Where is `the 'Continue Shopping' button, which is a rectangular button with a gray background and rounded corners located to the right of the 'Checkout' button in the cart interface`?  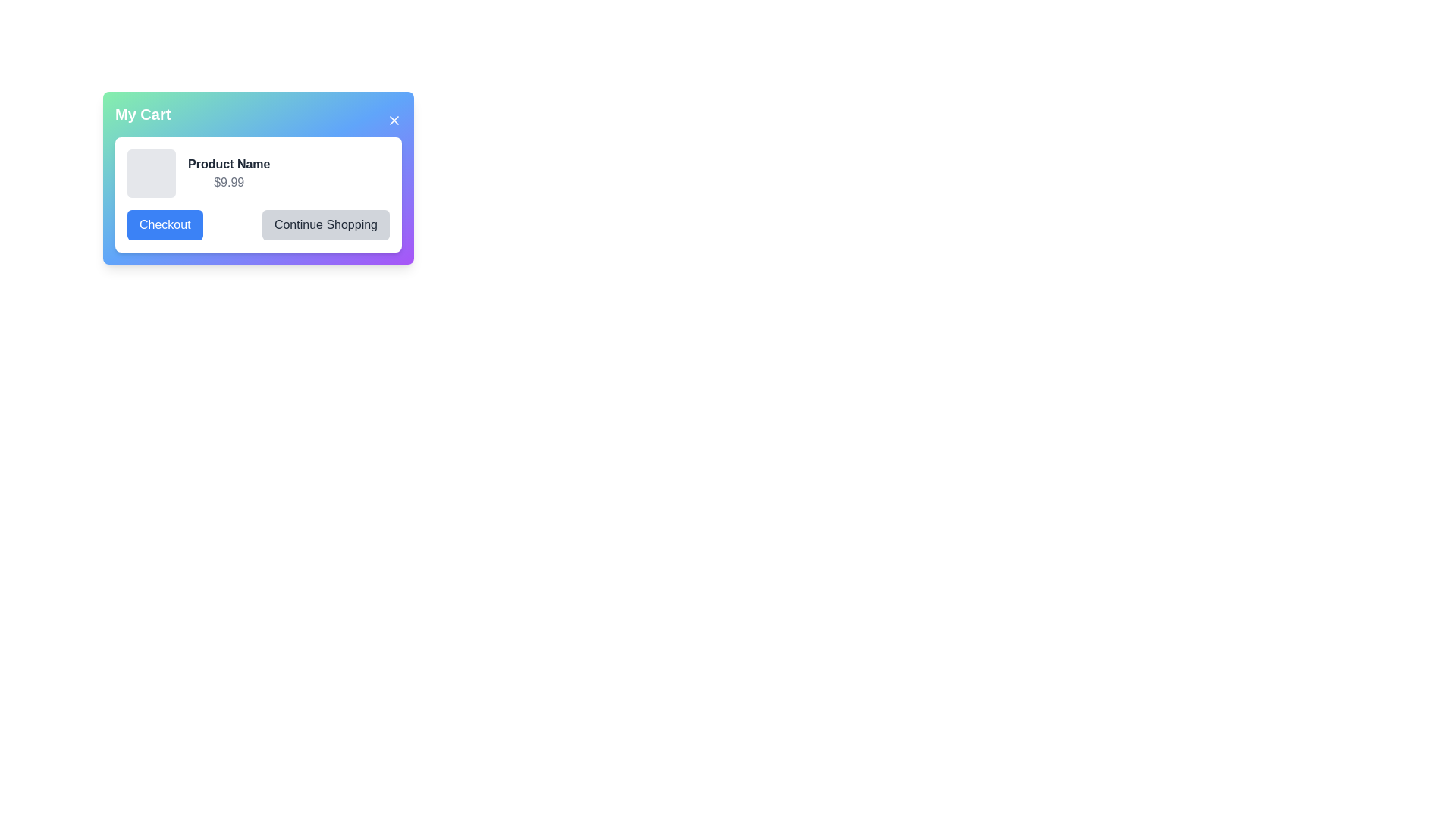
the 'Continue Shopping' button, which is a rectangular button with a gray background and rounded corners located to the right of the 'Checkout' button in the cart interface is located at coordinates (325, 225).